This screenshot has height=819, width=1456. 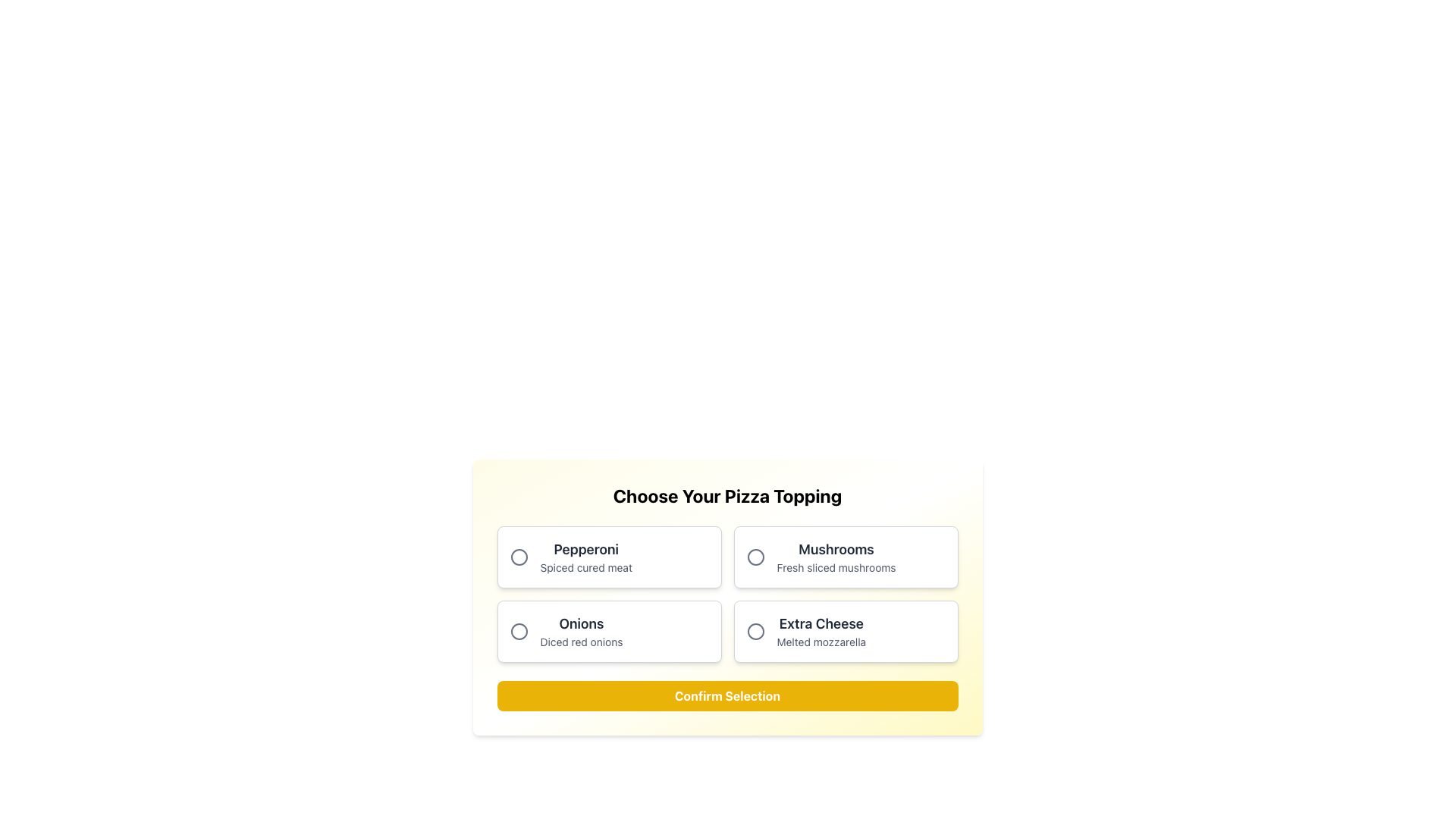 What do you see at coordinates (585, 567) in the screenshot?
I see `the static text label that describes the 'Pepperoni' pizza topping, located directly below the bold title 'Pepperoni' in the toppings selection section` at bounding box center [585, 567].